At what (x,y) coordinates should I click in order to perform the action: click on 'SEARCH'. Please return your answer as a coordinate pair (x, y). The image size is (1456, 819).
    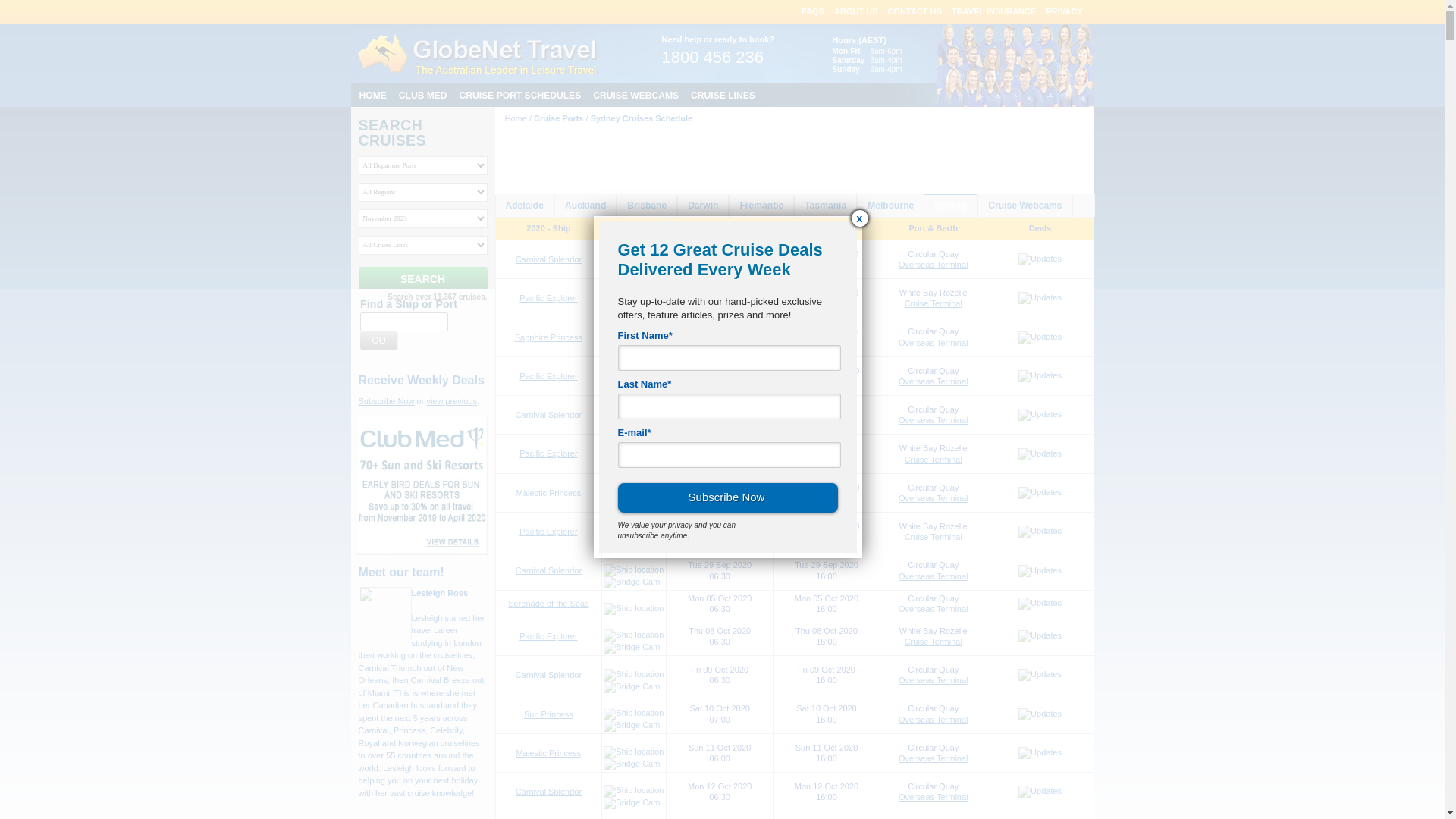
    Looking at the image, I should click on (422, 278).